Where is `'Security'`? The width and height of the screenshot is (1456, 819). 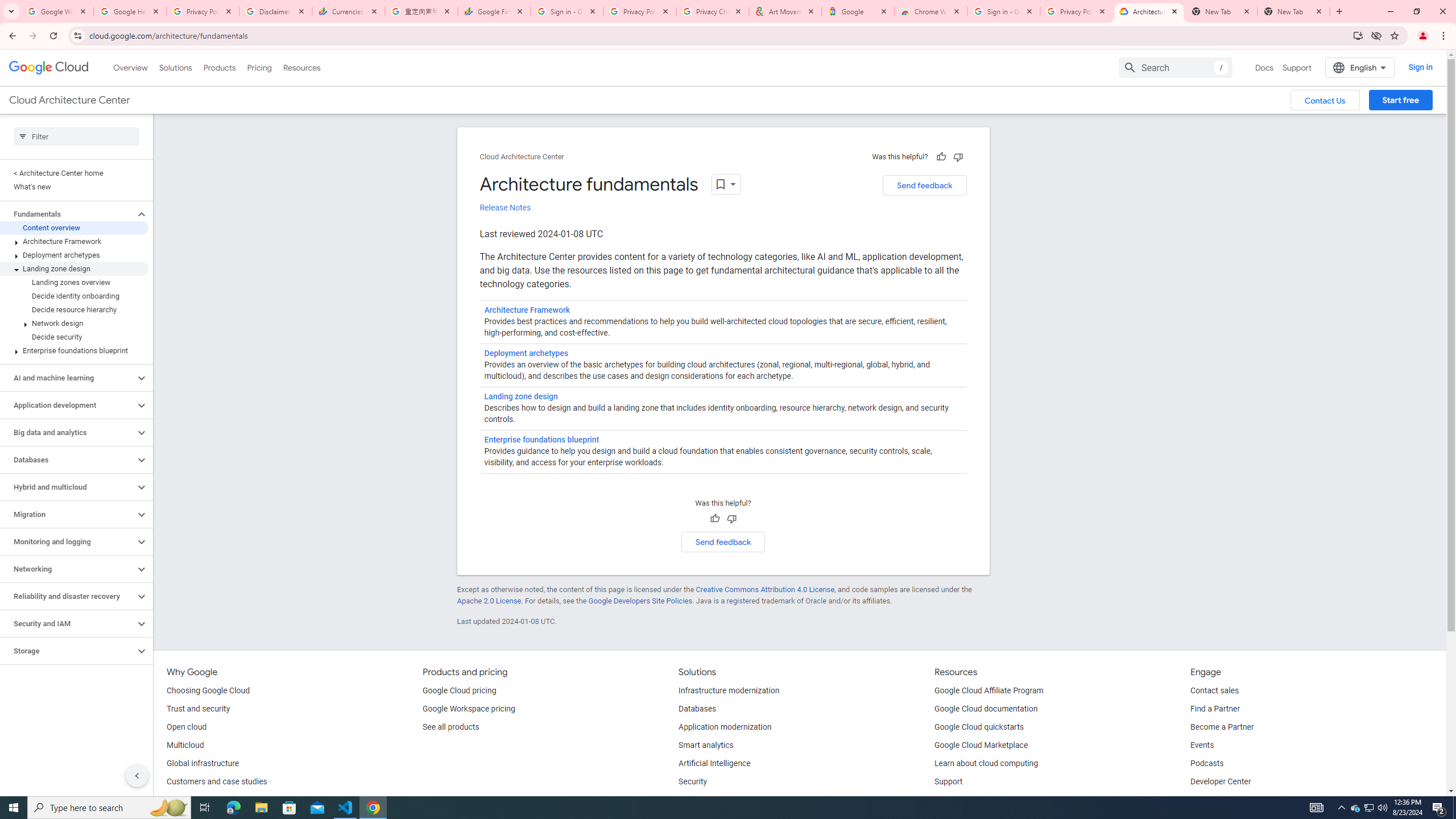 'Security' is located at coordinates (693, 781).